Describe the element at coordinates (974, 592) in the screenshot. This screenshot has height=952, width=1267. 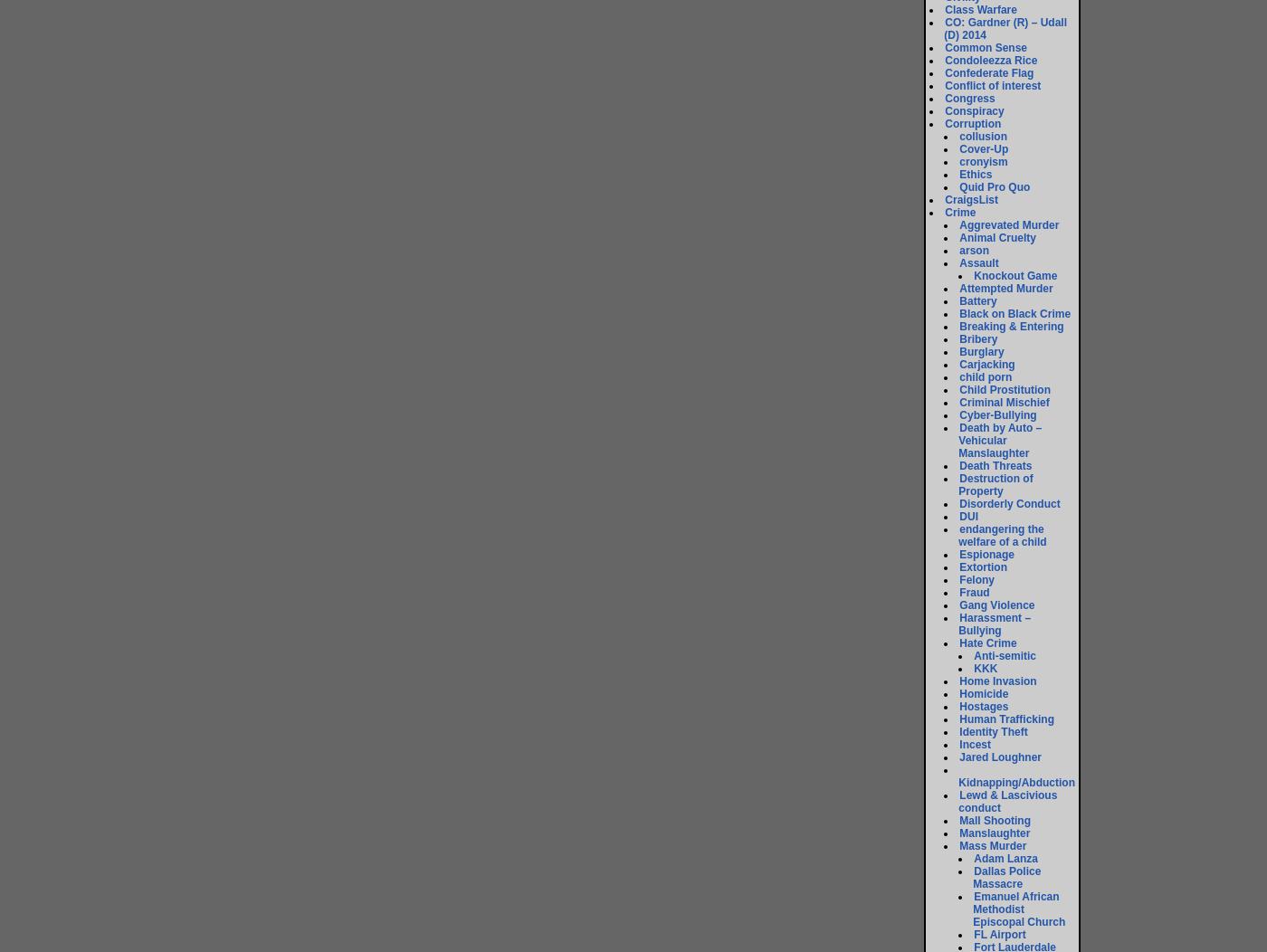
I see `'Fraud'` at that location.